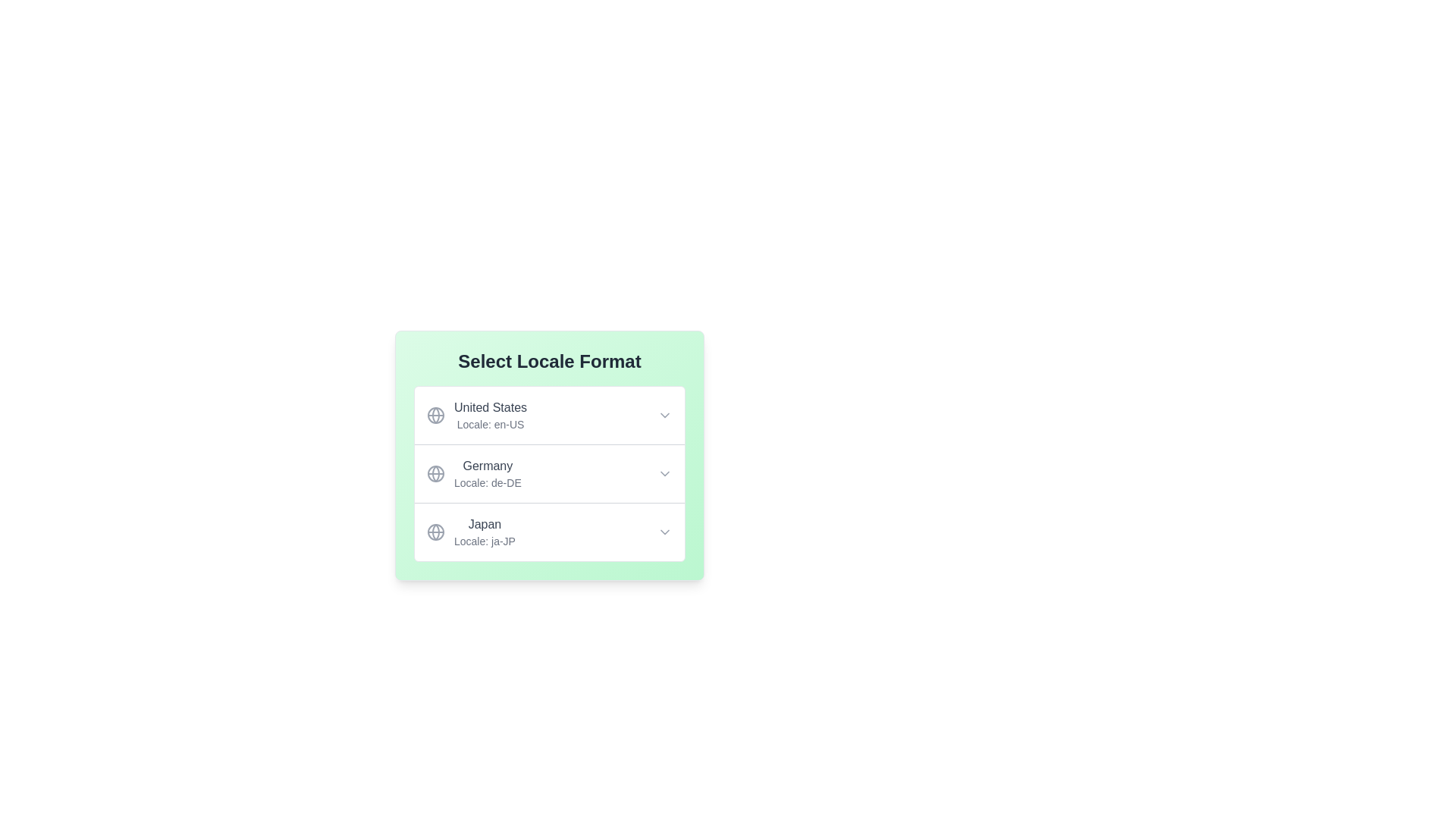  Describe the element at coordinates (548, 503) in the screenshot. I see `the second option in the 'Select Locale Format' menu section` at that location.